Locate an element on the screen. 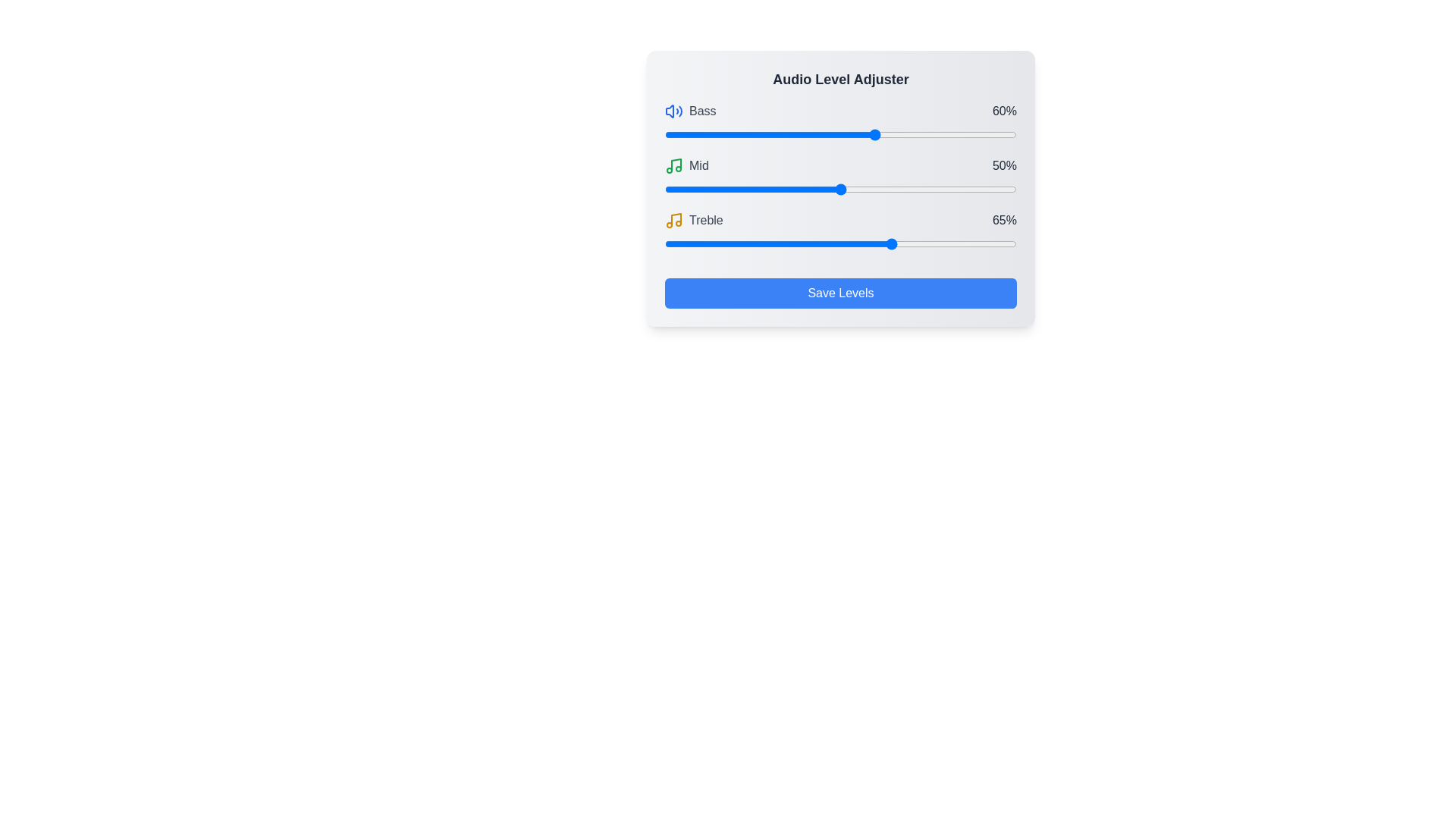  the 'Mid' audio level is located at coordinates (784, 189).